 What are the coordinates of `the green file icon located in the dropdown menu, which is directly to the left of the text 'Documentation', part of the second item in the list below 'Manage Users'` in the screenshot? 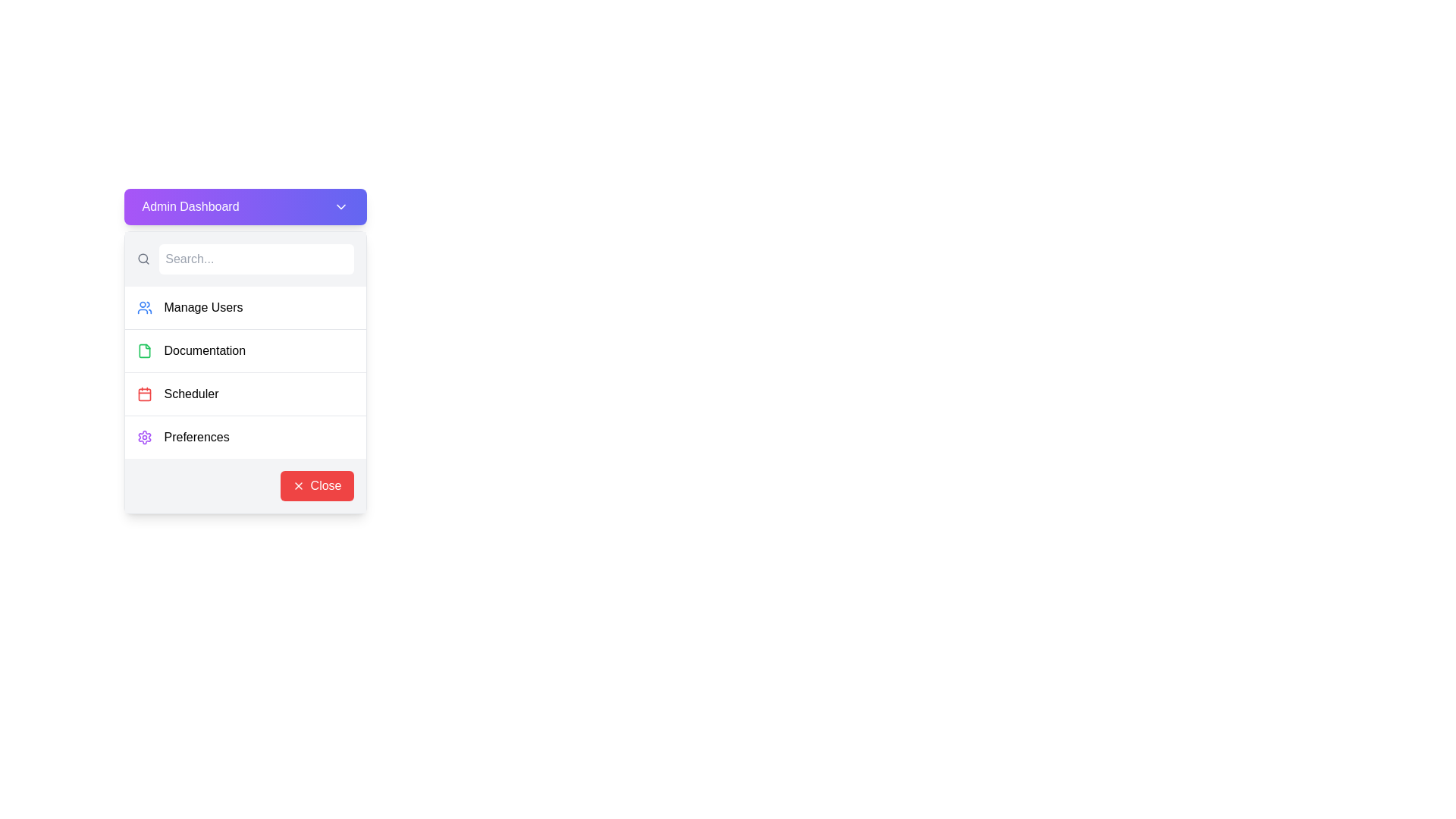 It's located at (144, 350).